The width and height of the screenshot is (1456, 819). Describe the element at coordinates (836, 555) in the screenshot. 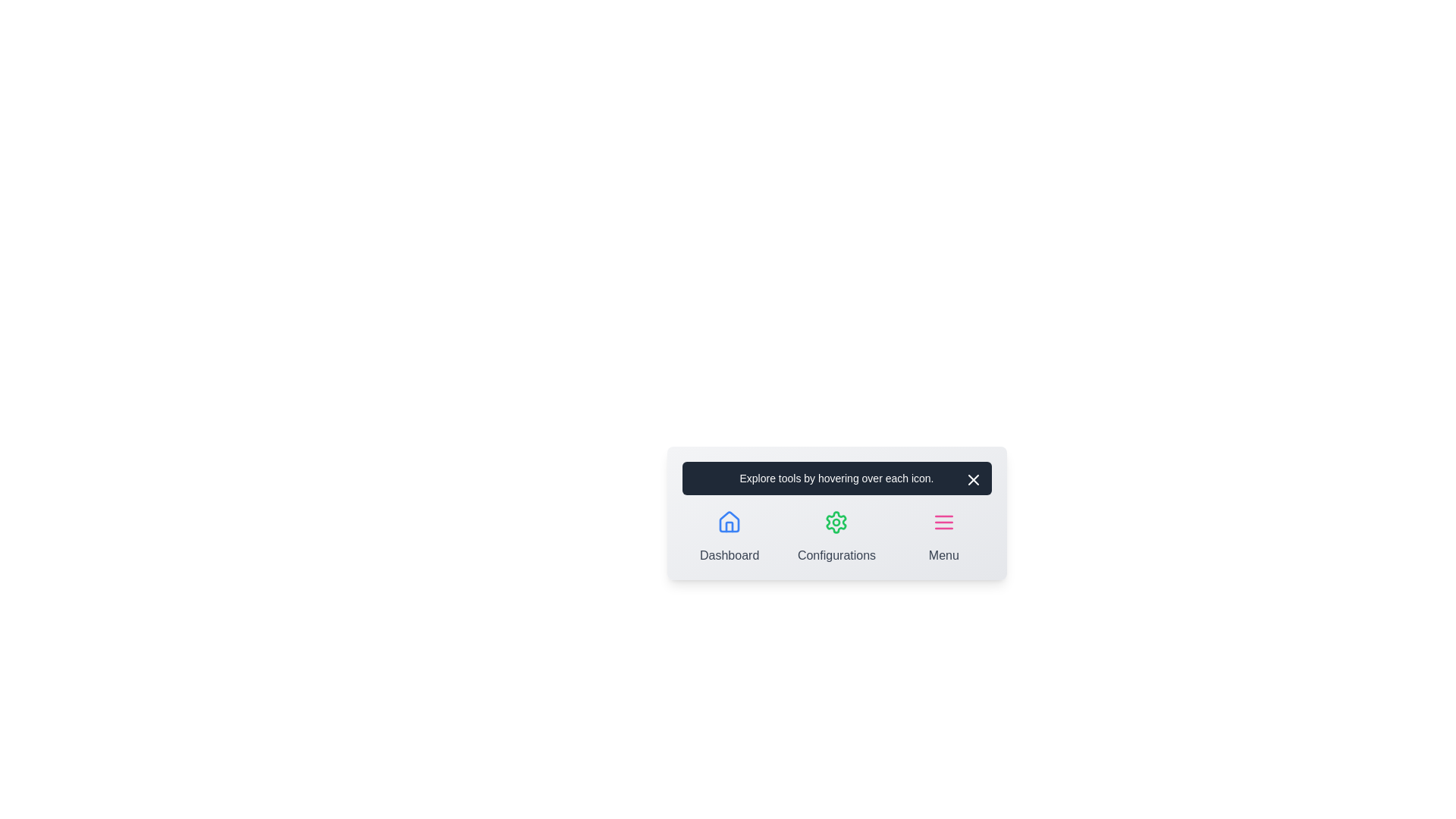

I see `the 'Configurations' label, which displays text in dark gray and is positioned directly beneath the green gear icon in the center of the interface` at that location.